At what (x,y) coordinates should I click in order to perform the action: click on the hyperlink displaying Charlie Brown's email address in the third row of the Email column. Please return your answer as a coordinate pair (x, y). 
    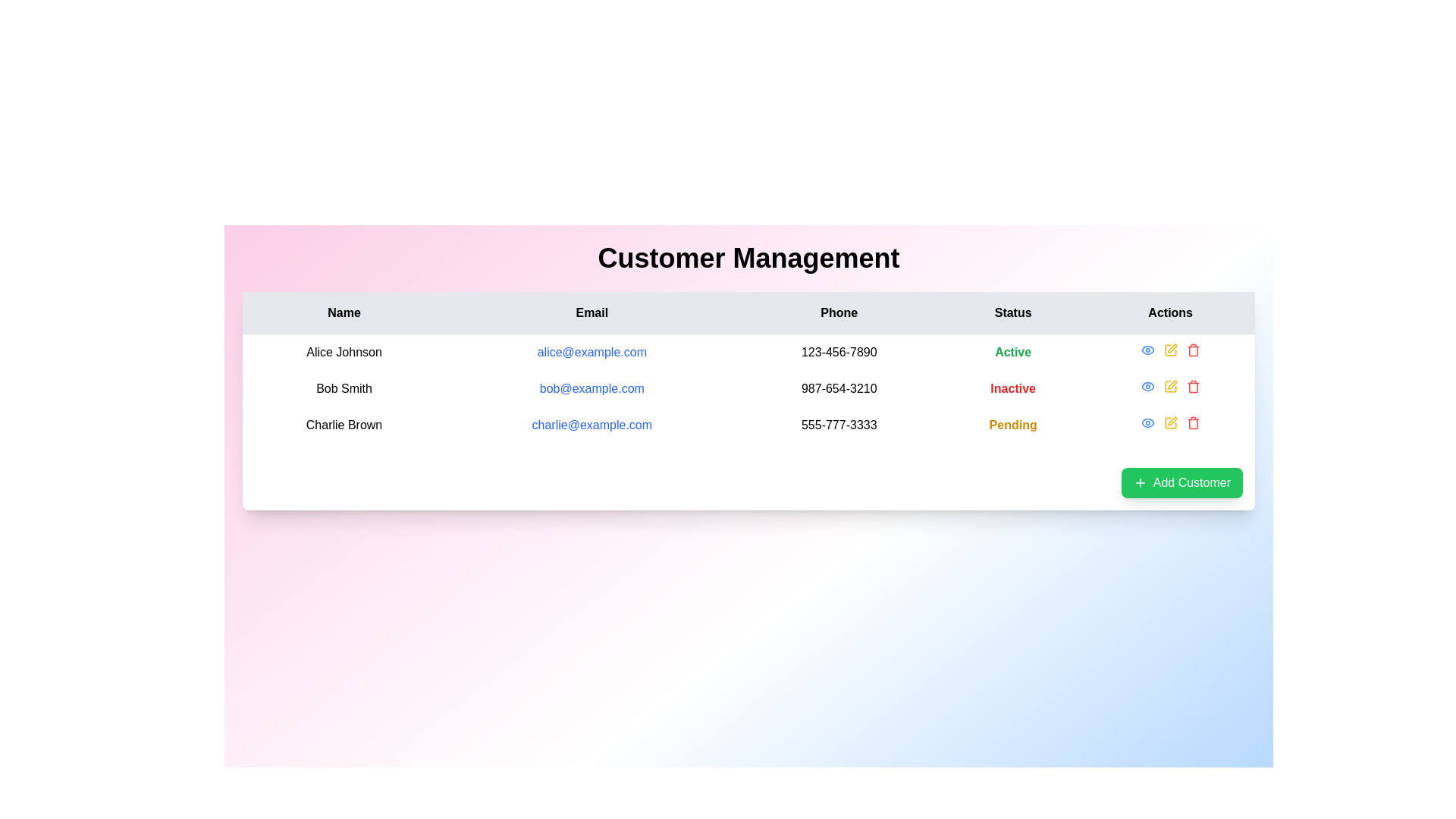
    Looking at the image, I should click on (591, 425).